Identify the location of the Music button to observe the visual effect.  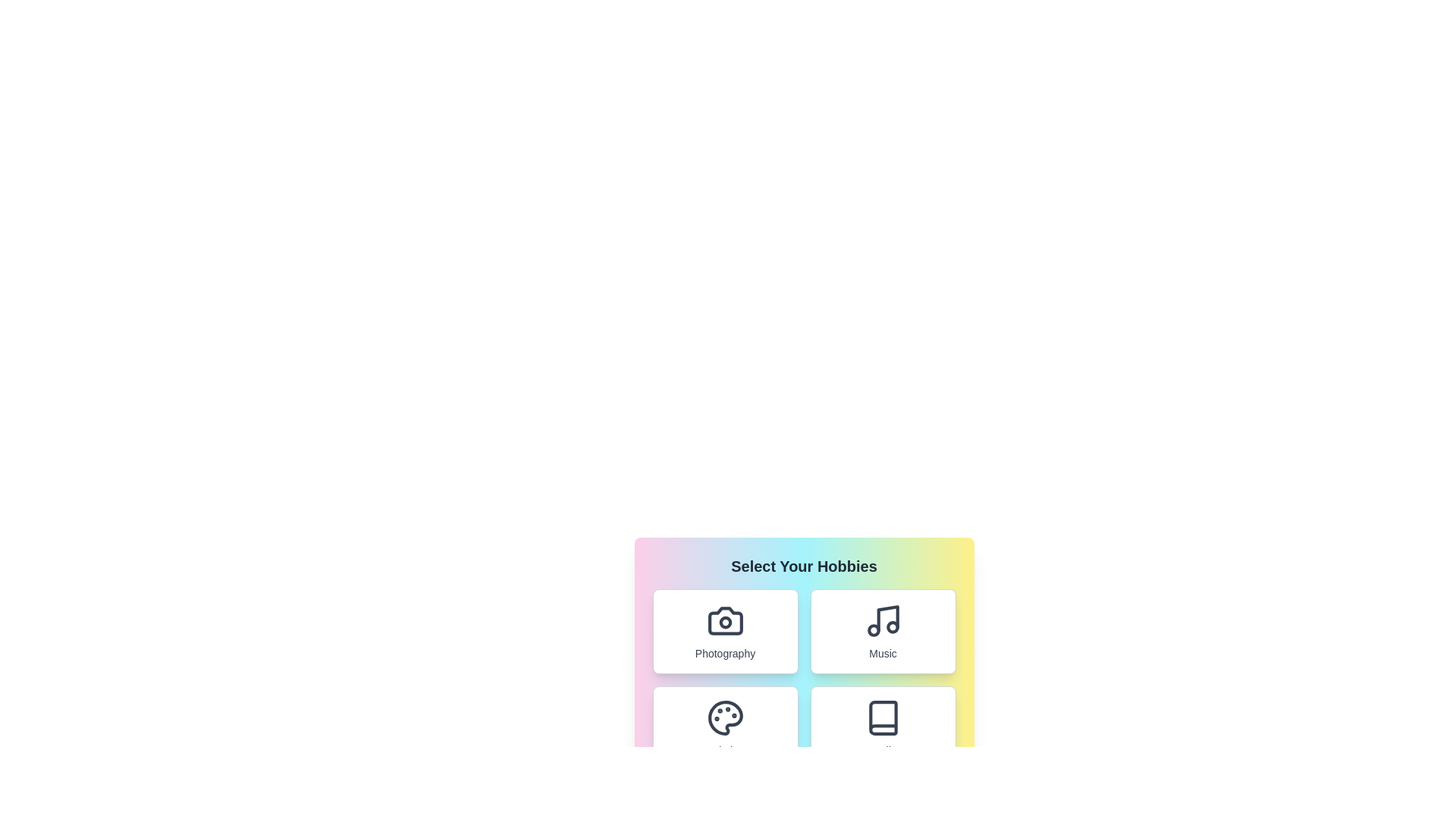
(883, 632).